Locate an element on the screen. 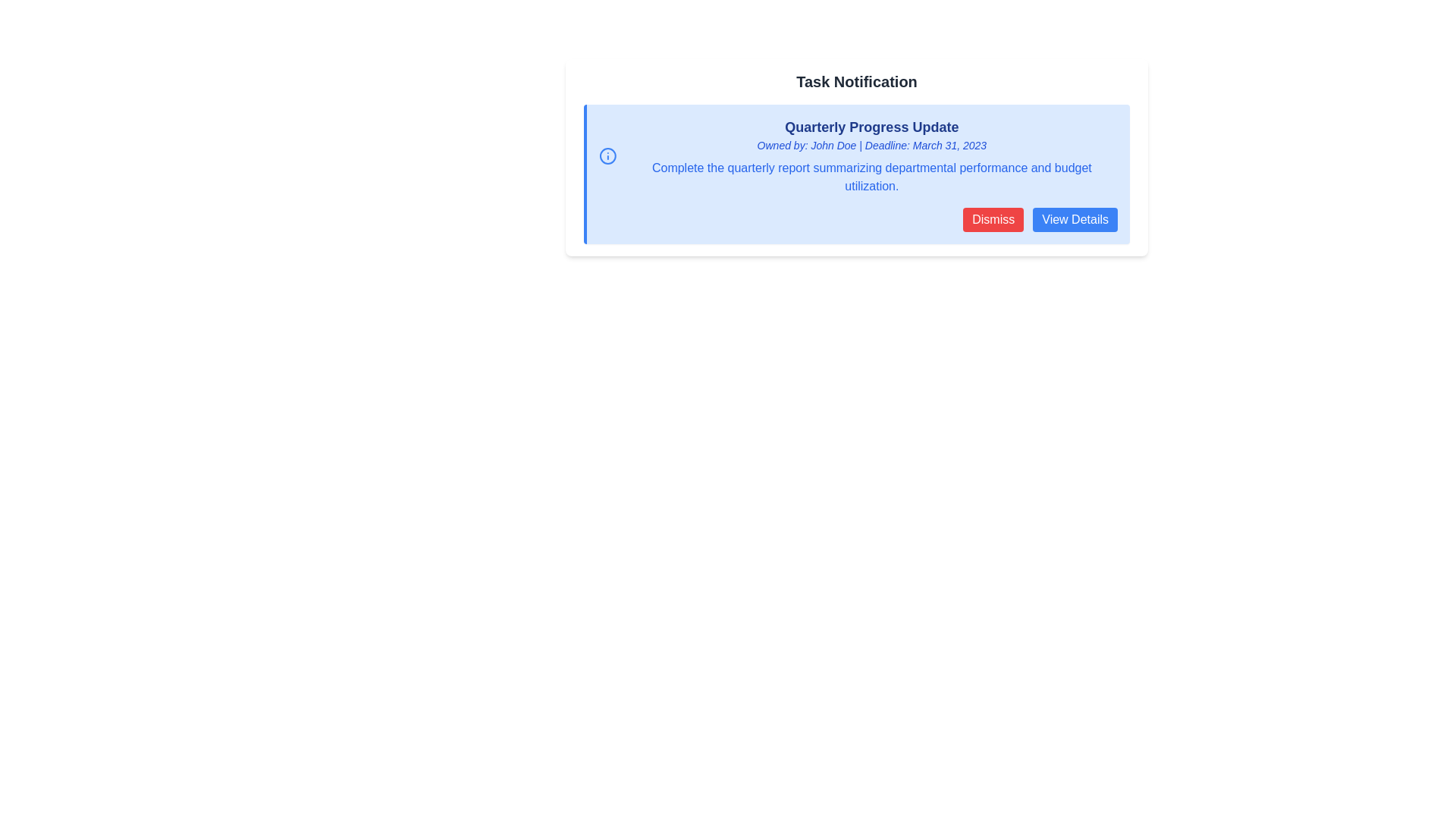 The width and height of the screenshot is (1456, 819). the outlined blue icon with a vertical line and a dot, located in the 'Quarterly Progress Update' section, above the deadline and owner information is located at coordinates (607, 155).